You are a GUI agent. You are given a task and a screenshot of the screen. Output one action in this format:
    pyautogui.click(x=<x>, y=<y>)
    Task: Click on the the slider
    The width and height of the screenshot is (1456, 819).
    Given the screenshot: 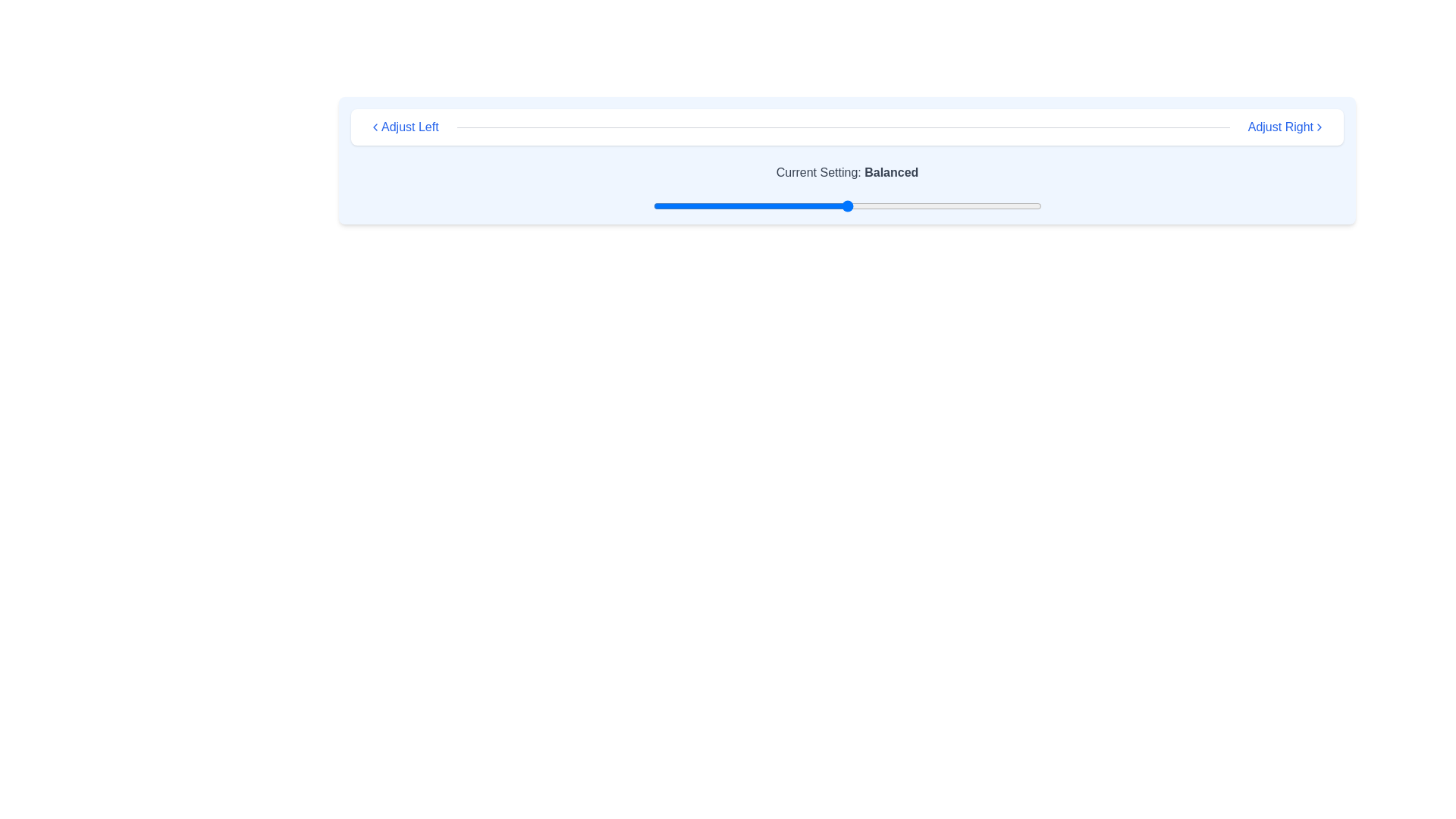 What is the action you would take?
    pyautogui.click(x=967, y=206)
    